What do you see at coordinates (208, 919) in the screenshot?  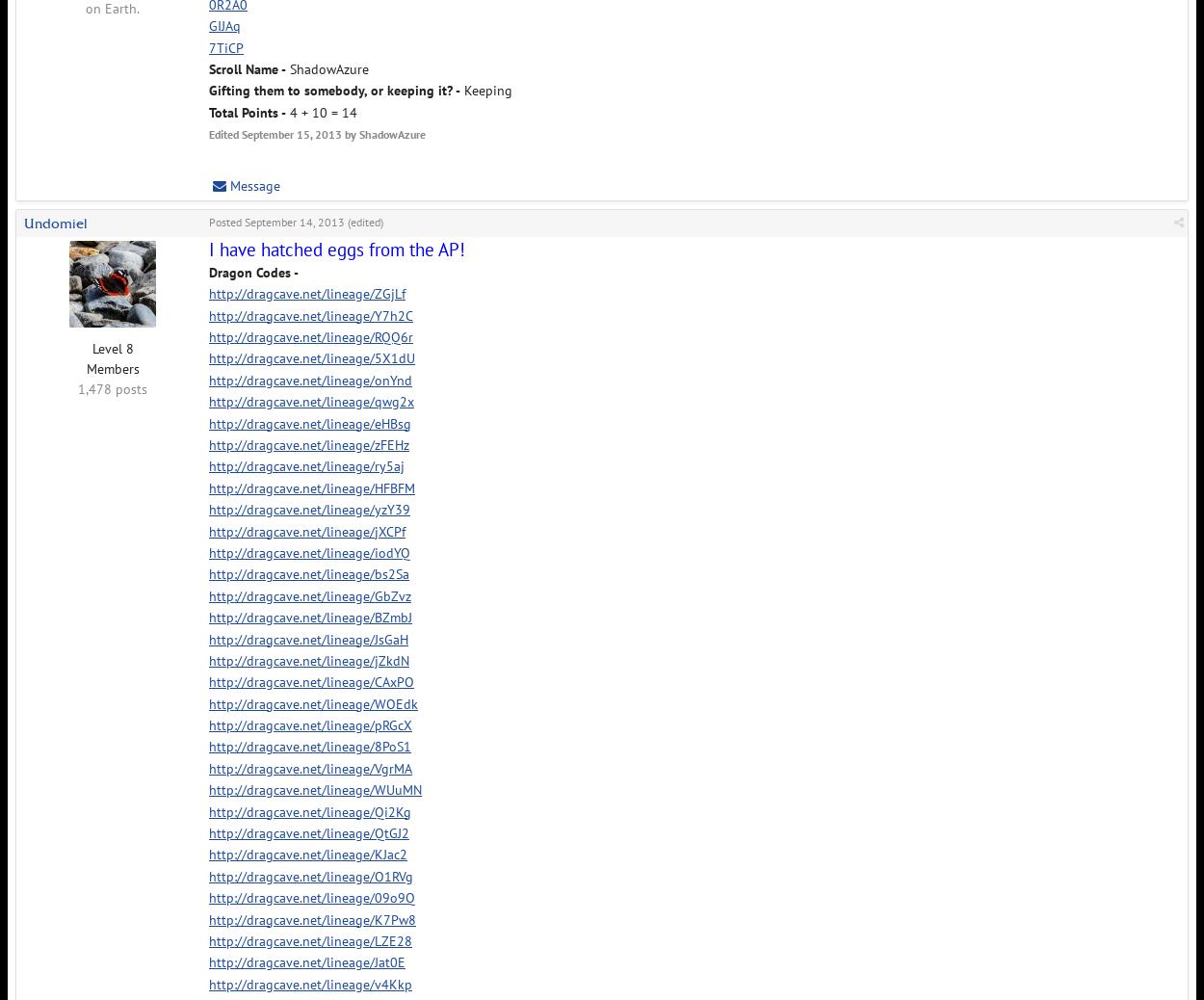 I see `'http://dragcave.net/lineage/K7Pw8'` at bounding box center [208, 919].